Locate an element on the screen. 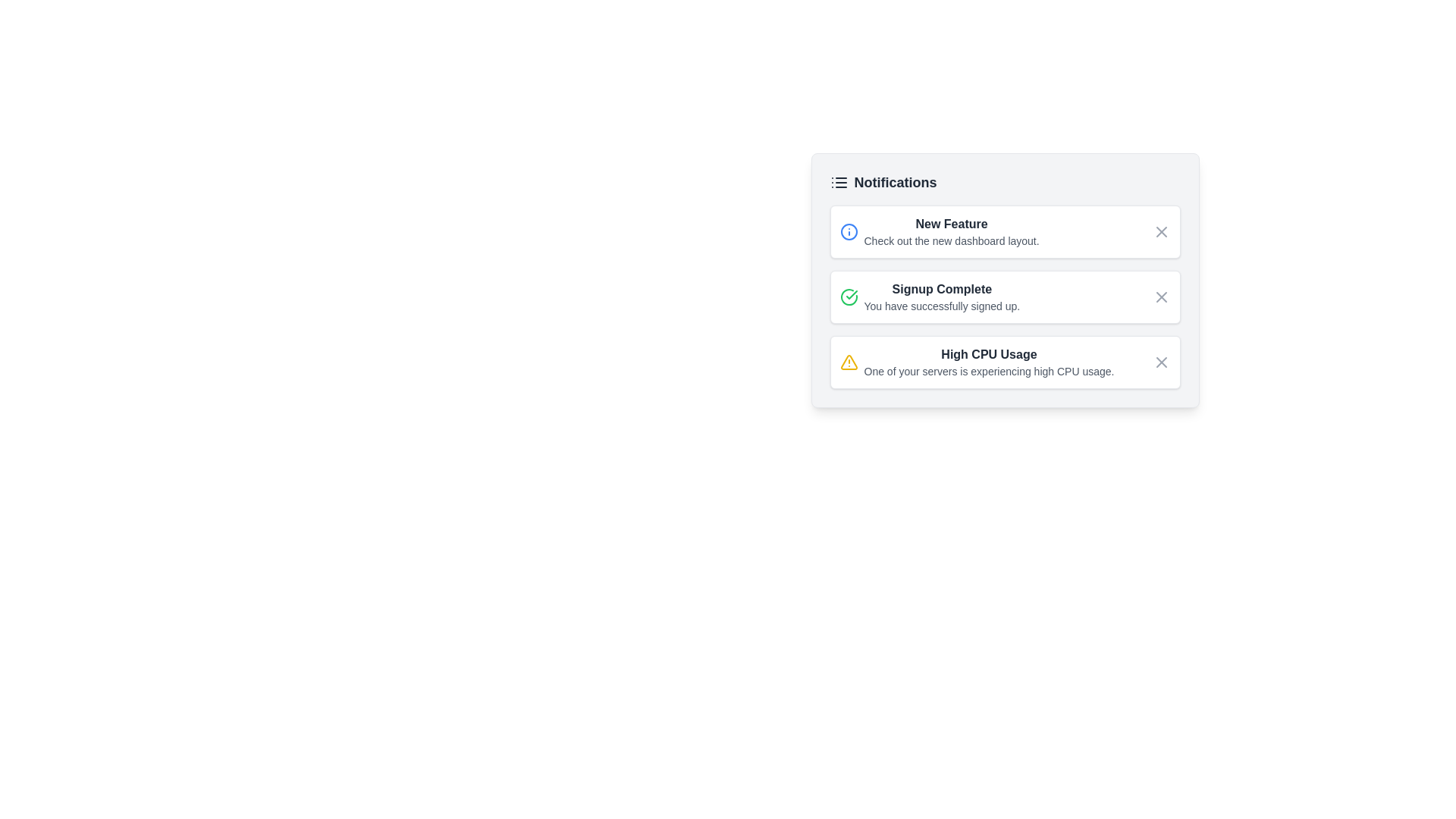  success message in the middle entry of the vertical notification list, which indicates the successful completion of the signup process is located at coordinates (941, 297).